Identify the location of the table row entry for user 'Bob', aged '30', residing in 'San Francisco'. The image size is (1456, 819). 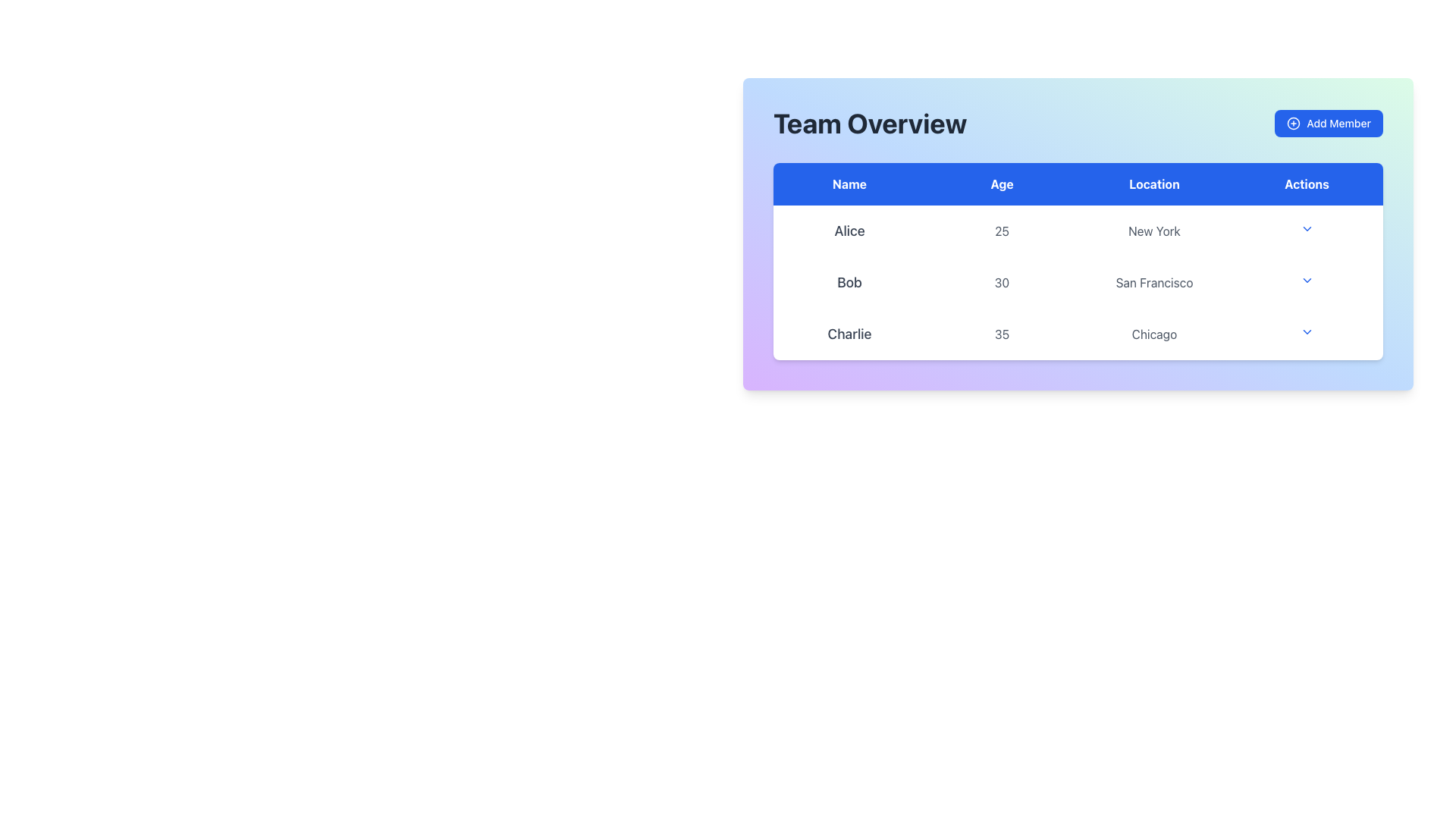
(1077, 283).